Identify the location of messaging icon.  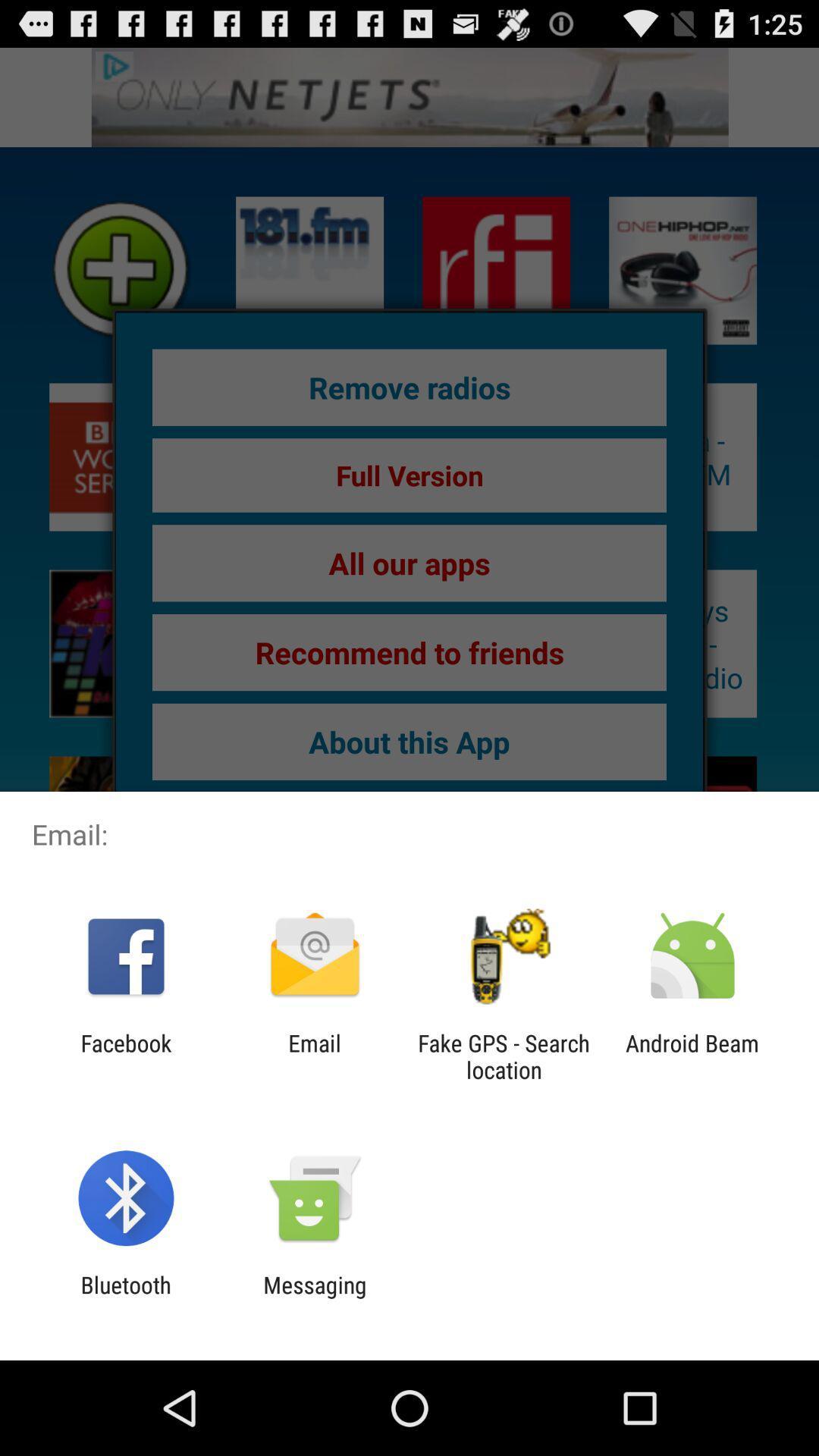
(314, 1298).